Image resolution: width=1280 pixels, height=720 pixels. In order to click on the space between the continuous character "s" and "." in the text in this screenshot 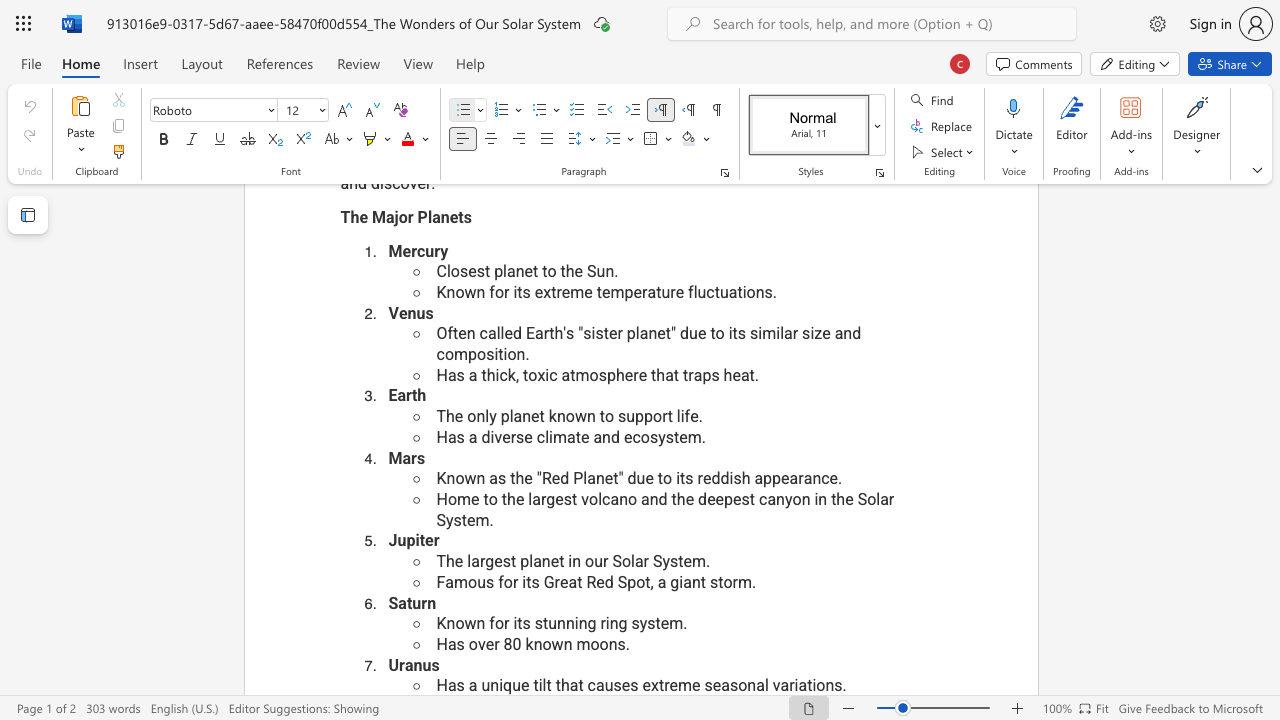, I will do `click(841, 684)`.